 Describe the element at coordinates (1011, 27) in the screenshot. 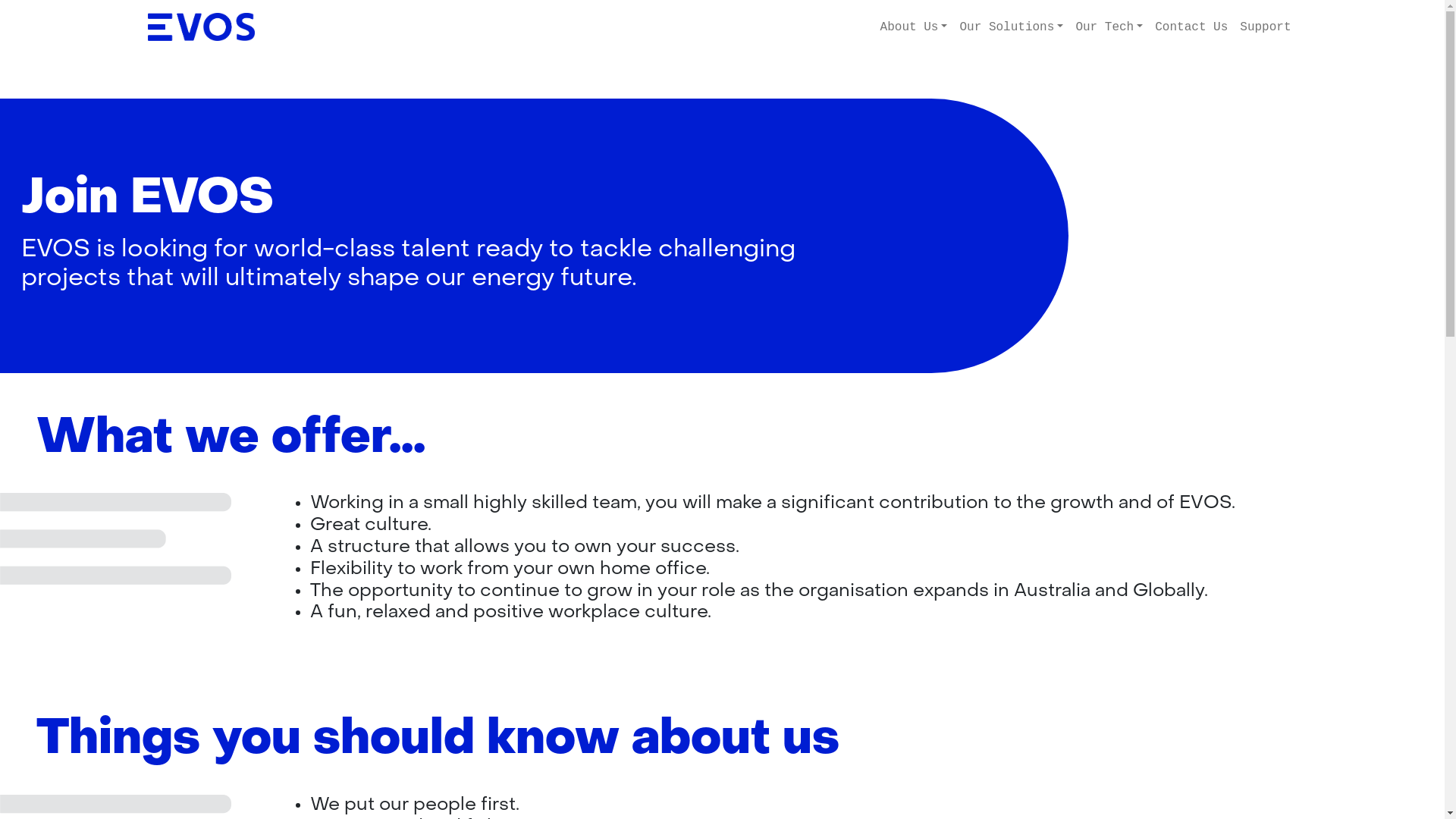

I see `'Our Solutions'` at that location.